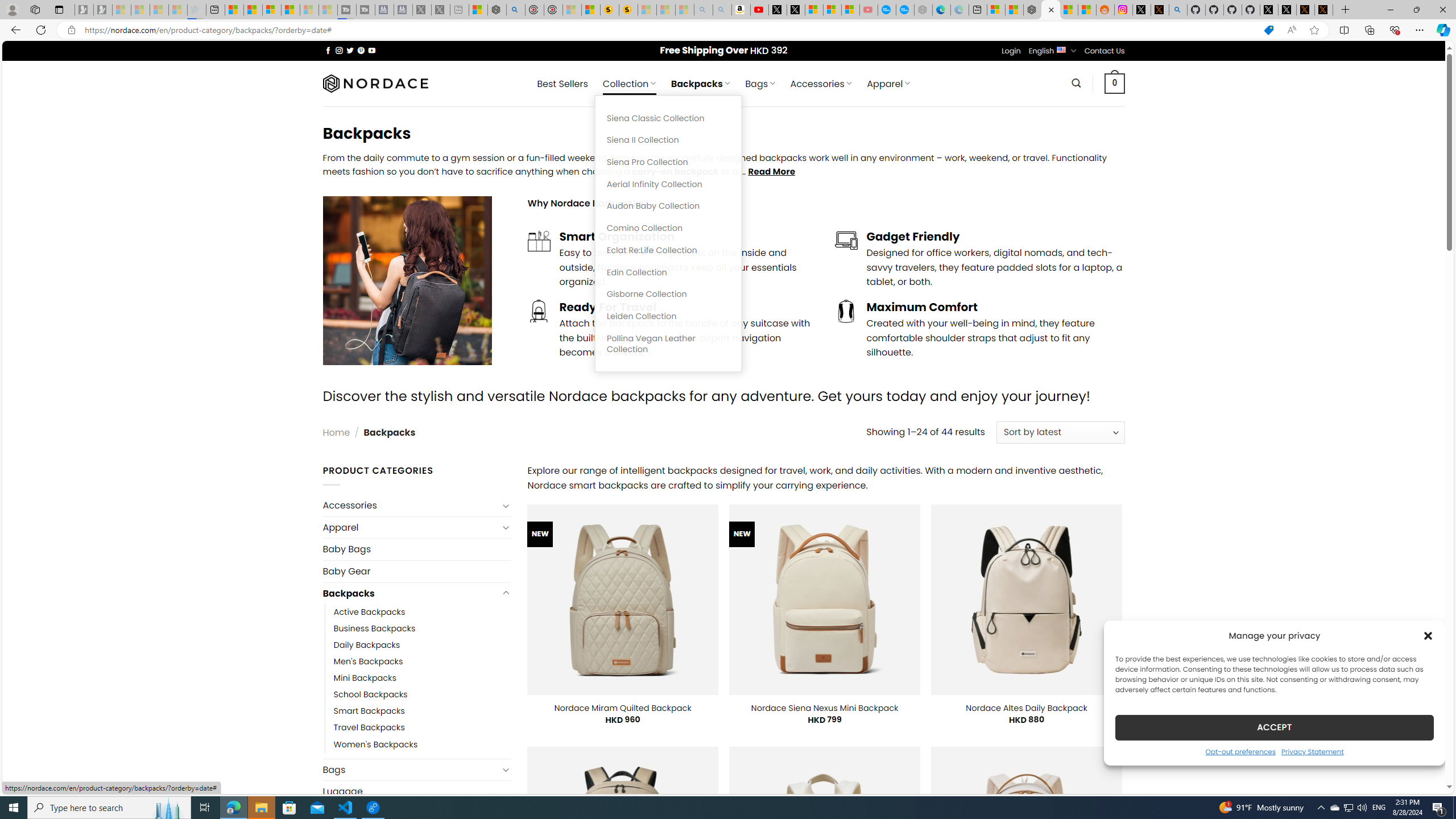  I want to click on 'Business Backpacks', so click(375, 628).